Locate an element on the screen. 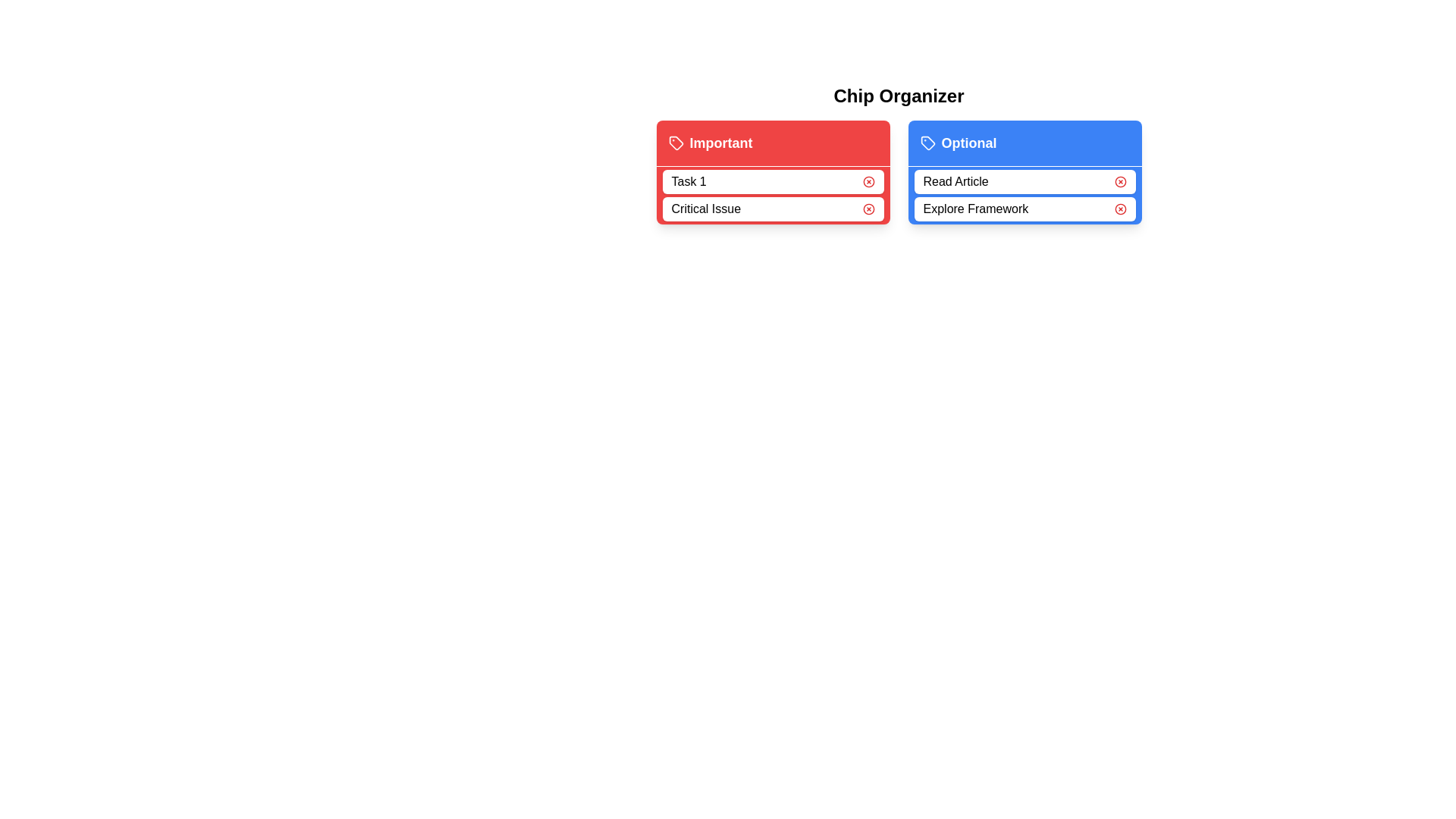  remove button for the chip labeled Explore Framework is located at coordinates (1120, 209).